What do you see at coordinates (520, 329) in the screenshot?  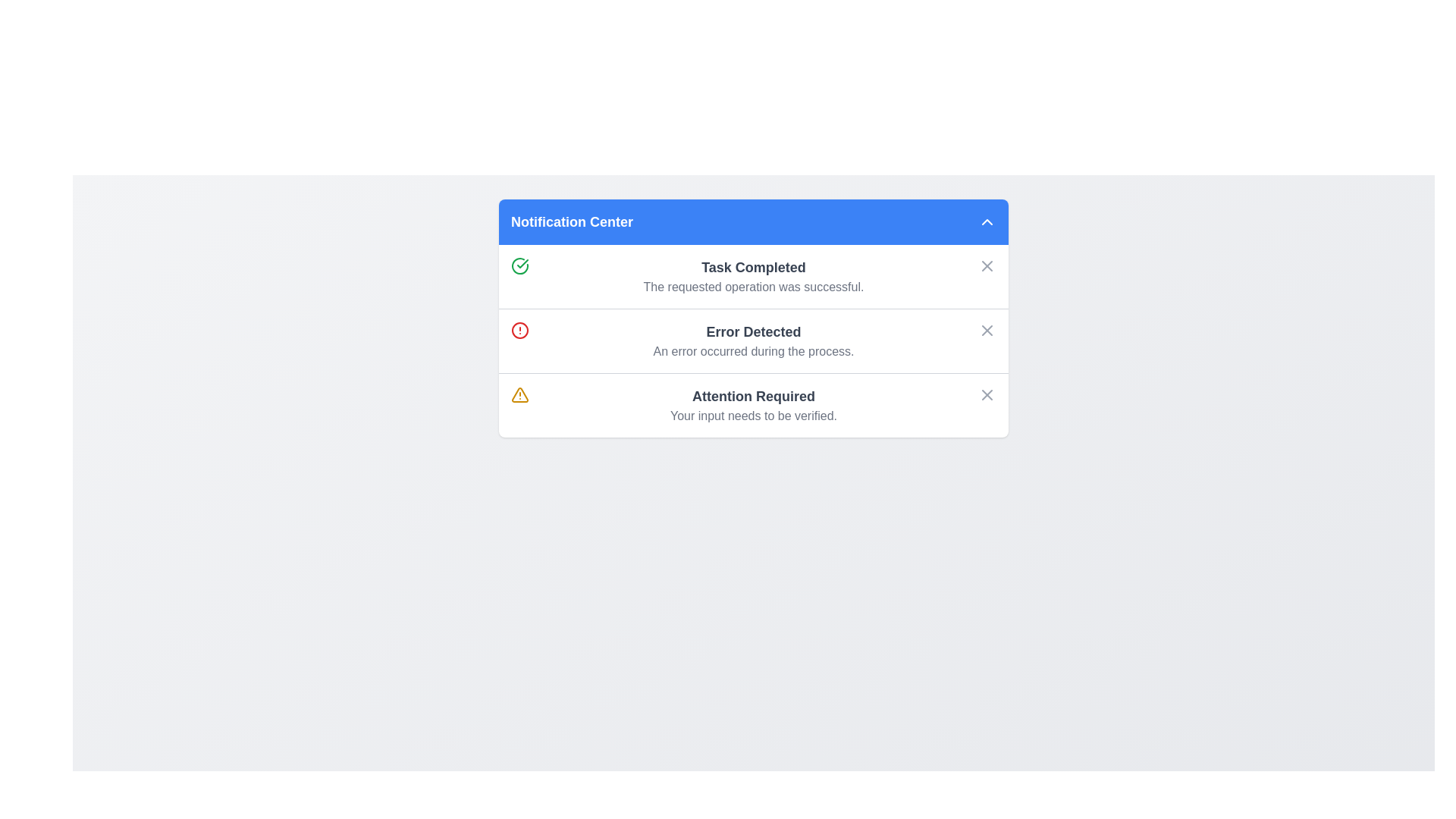 I see `the error icon located to the left of the 'Error Detected' text in the second notification row under 'Notification Center'` at bounding box center [520, 329].